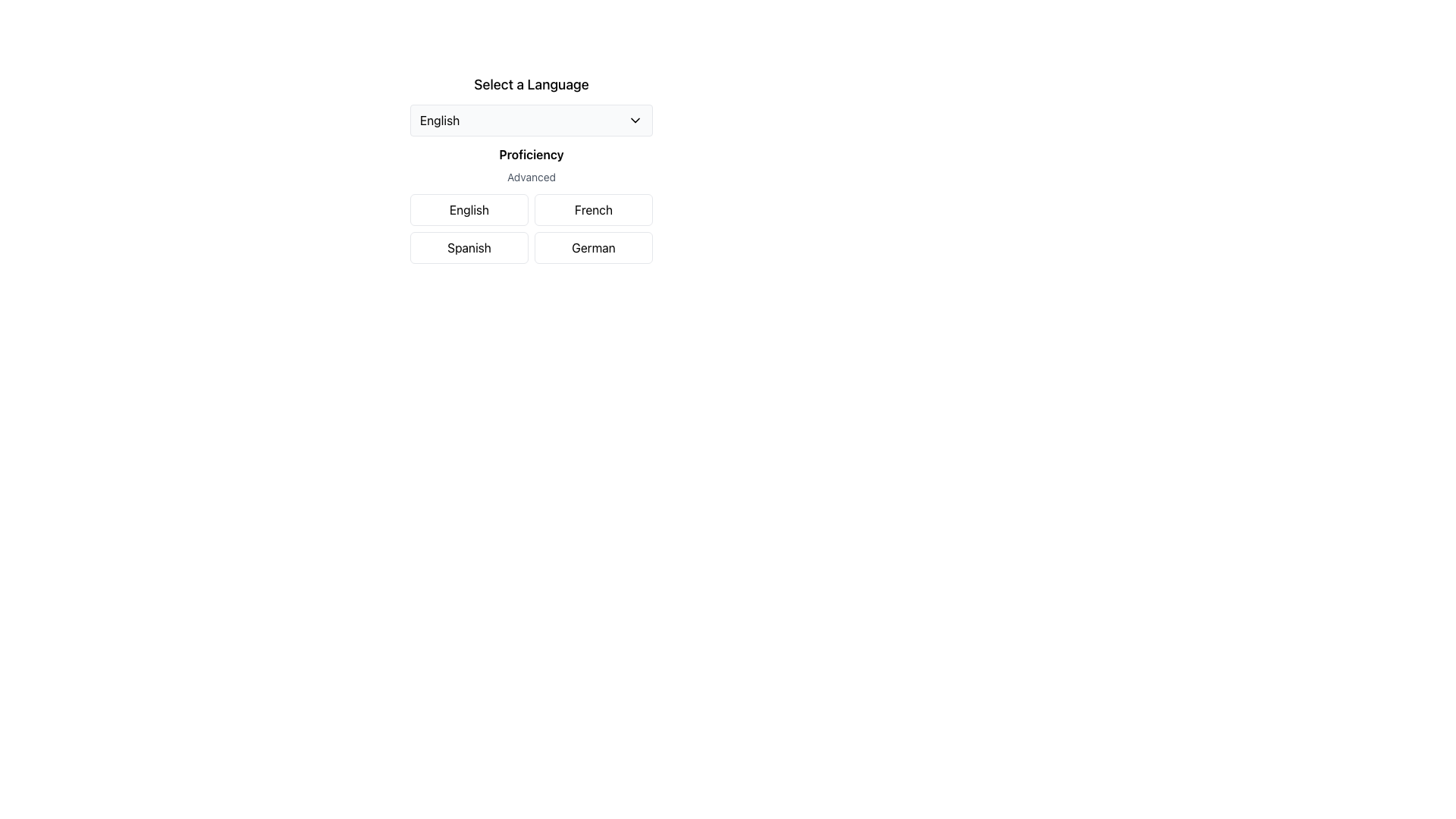  I want to click on the text label displaying 'English' to potentially reveal additional options or a tooltip, so click(439, 119).